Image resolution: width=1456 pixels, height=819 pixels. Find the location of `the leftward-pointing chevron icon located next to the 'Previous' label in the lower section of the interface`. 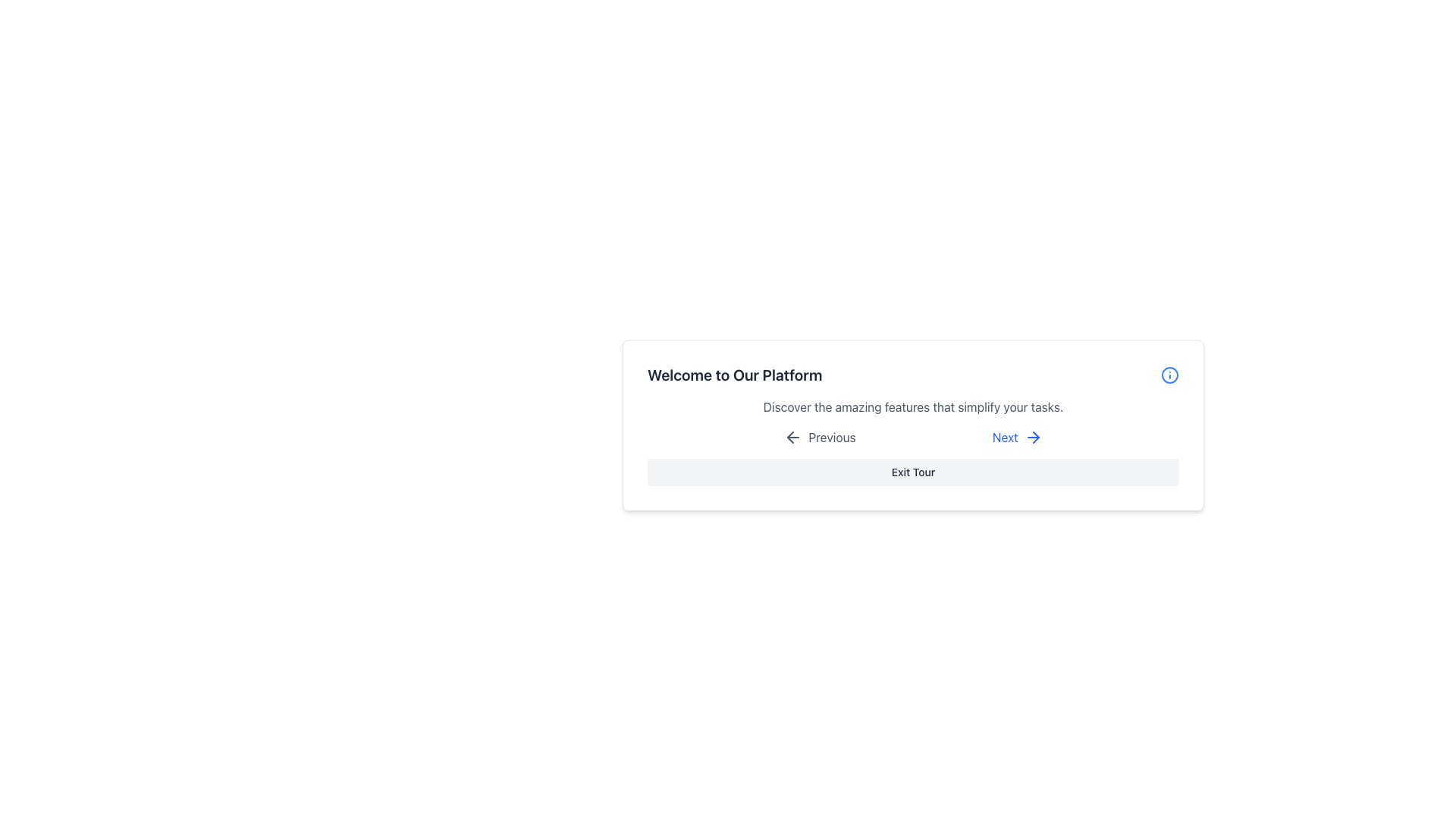

the leftward-pointing chevron icon located next to the 'Previous' label in the lower section of the interface is located at coordinates (789, 438).